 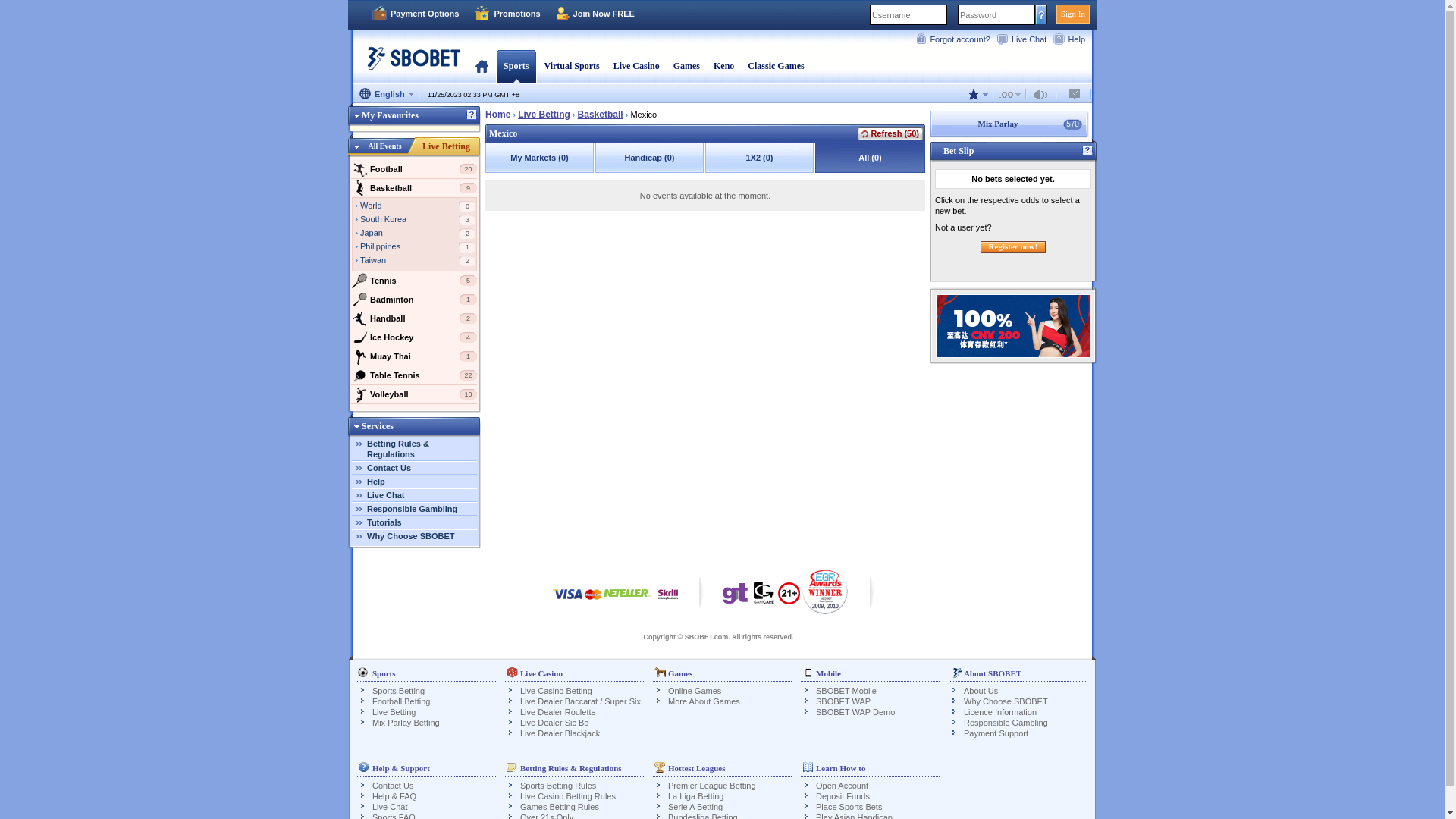 I want to click on 'Unavailable option', so click(x=1042, y=94).